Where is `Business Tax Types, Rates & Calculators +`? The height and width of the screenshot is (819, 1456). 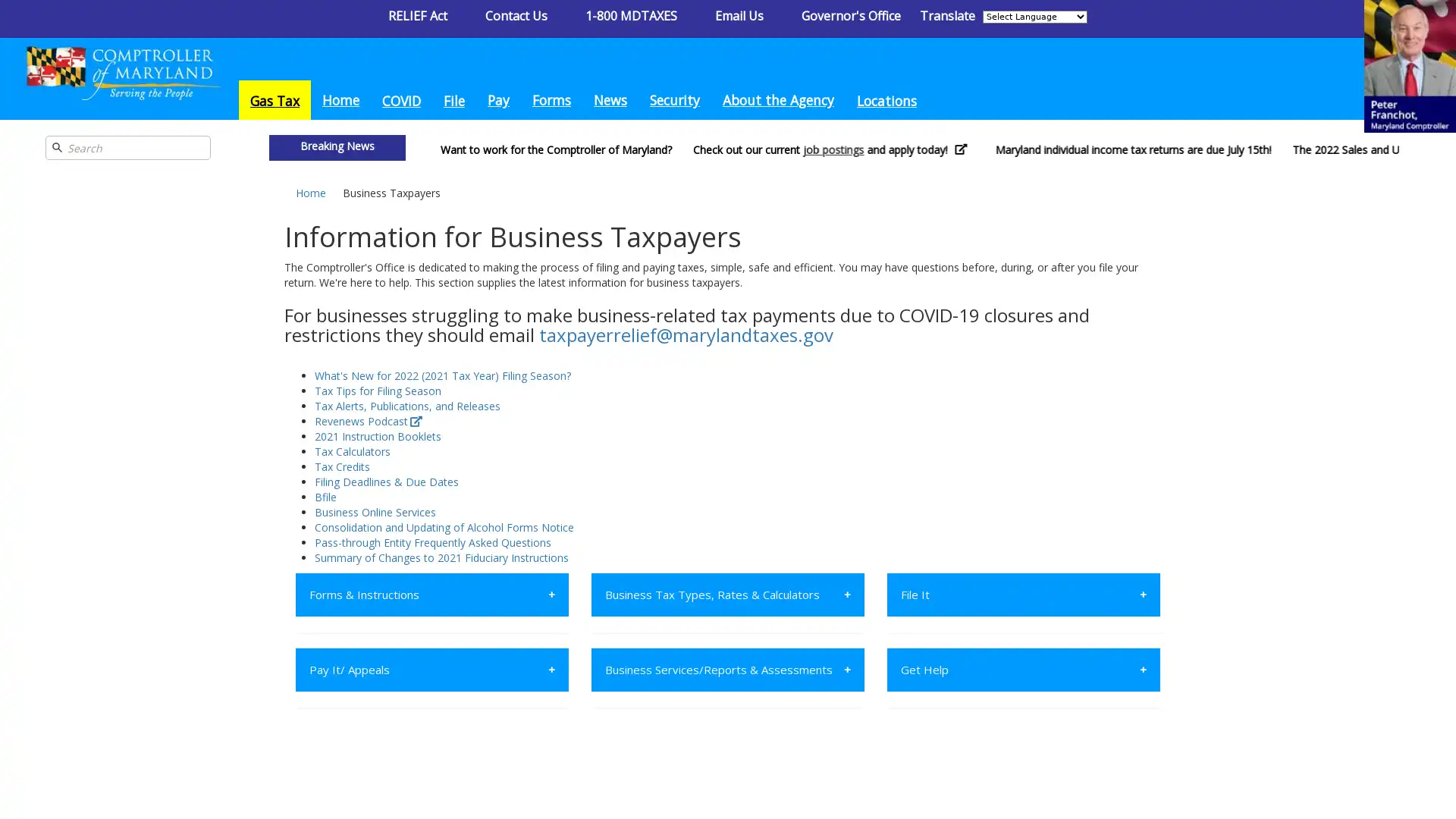 Business Tax Types, Rates & Calculators + is located at coordinates (728, 593).